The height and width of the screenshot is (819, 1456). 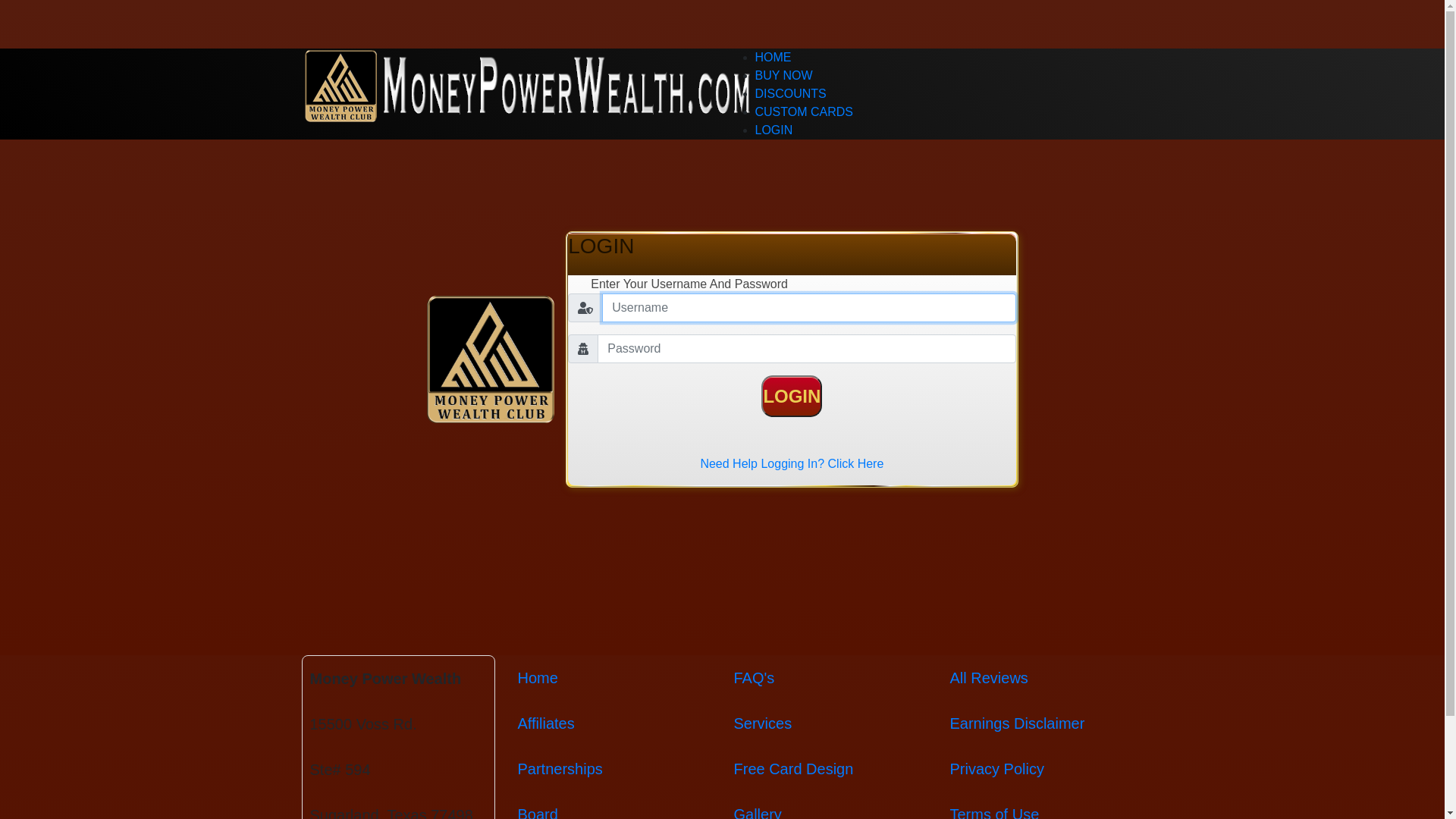 I want to click on 'Privacy Policy', so click(x=996, y=769).